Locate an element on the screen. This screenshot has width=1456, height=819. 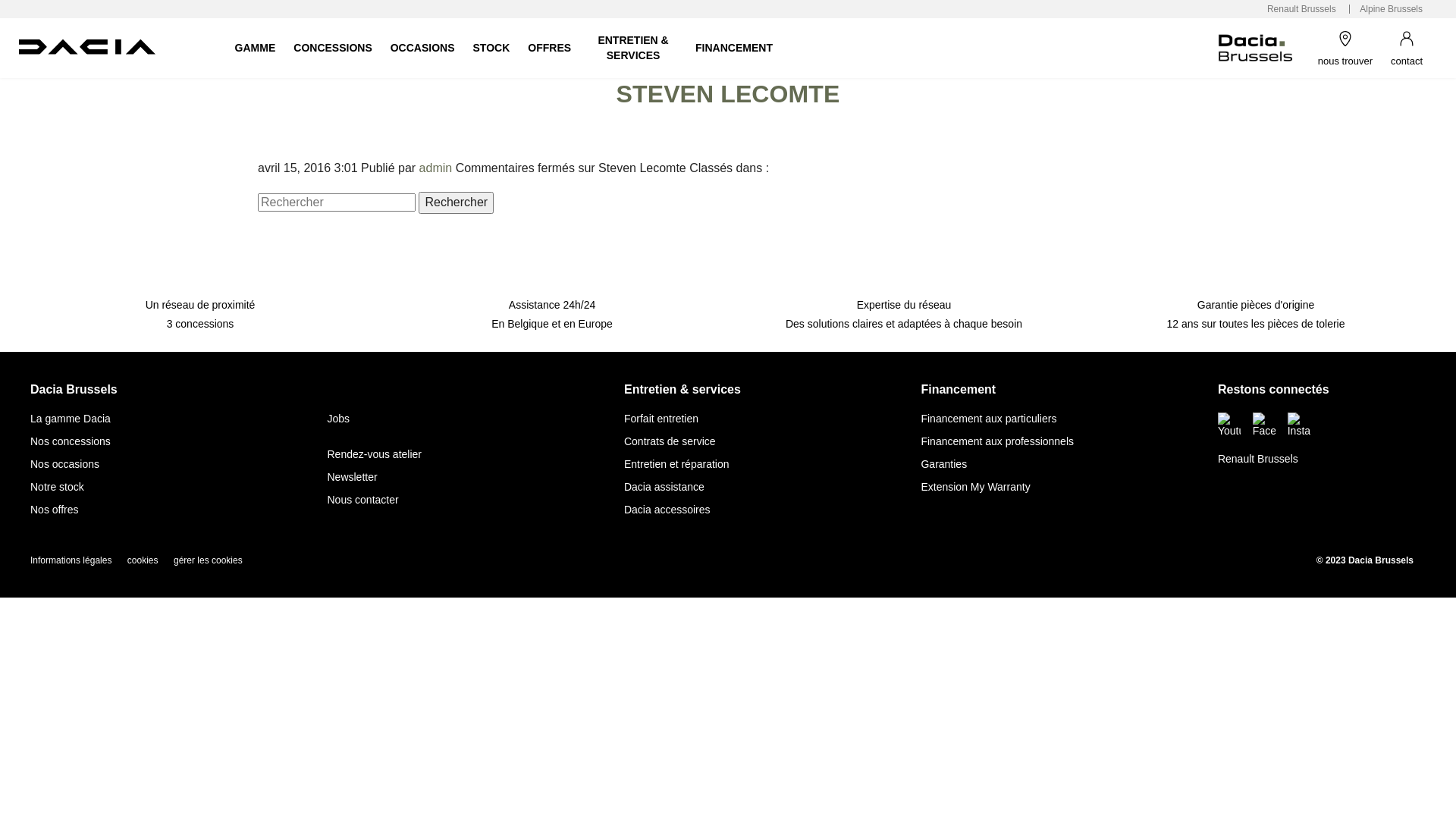
'Renault Brussels' is located at coordinates (1301, 9).